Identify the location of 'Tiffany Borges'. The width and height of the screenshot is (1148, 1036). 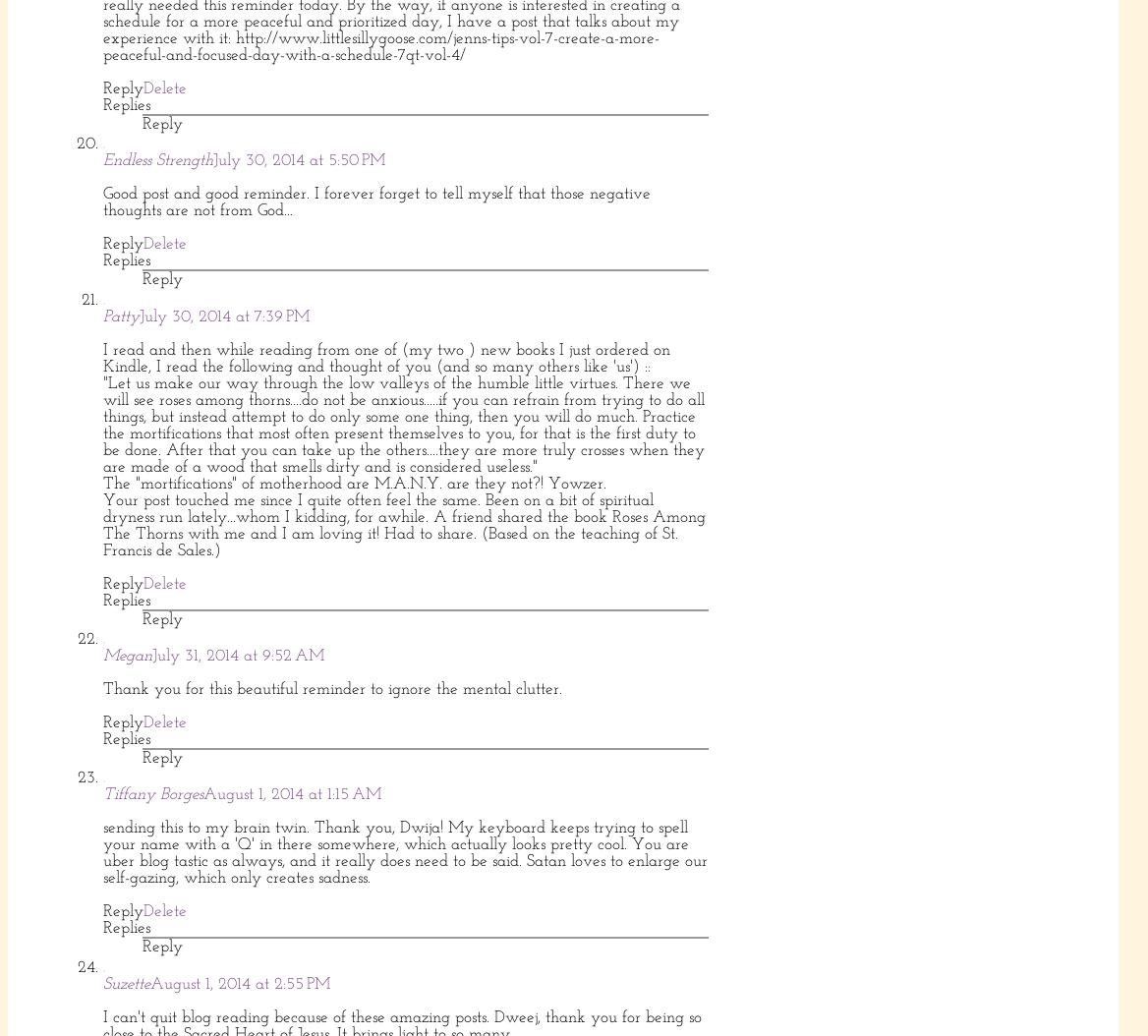
(153, 793).